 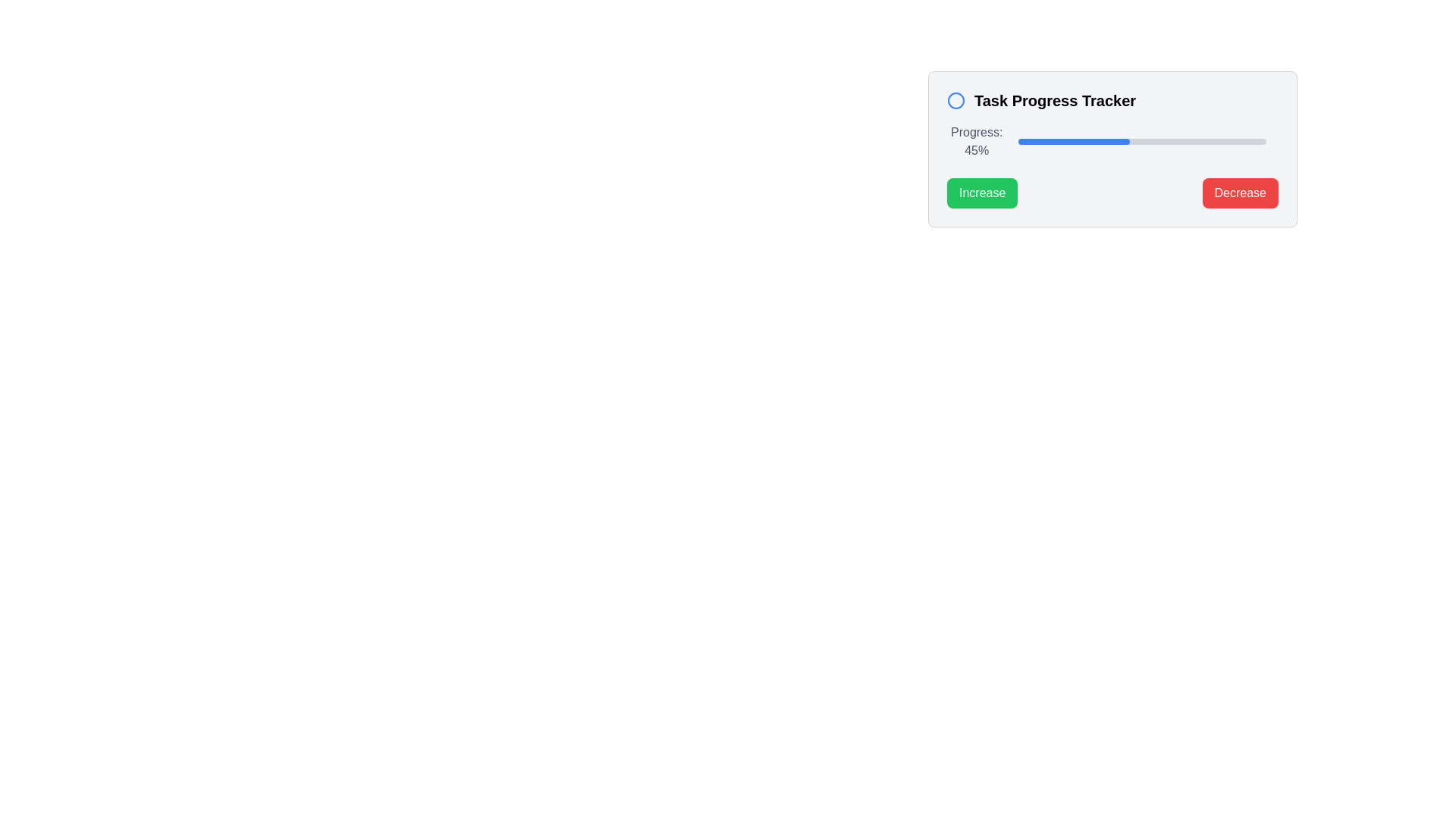 I want to click on the green 'Increase' button with rounded corners, which features white text, so click(x=982, y=192).